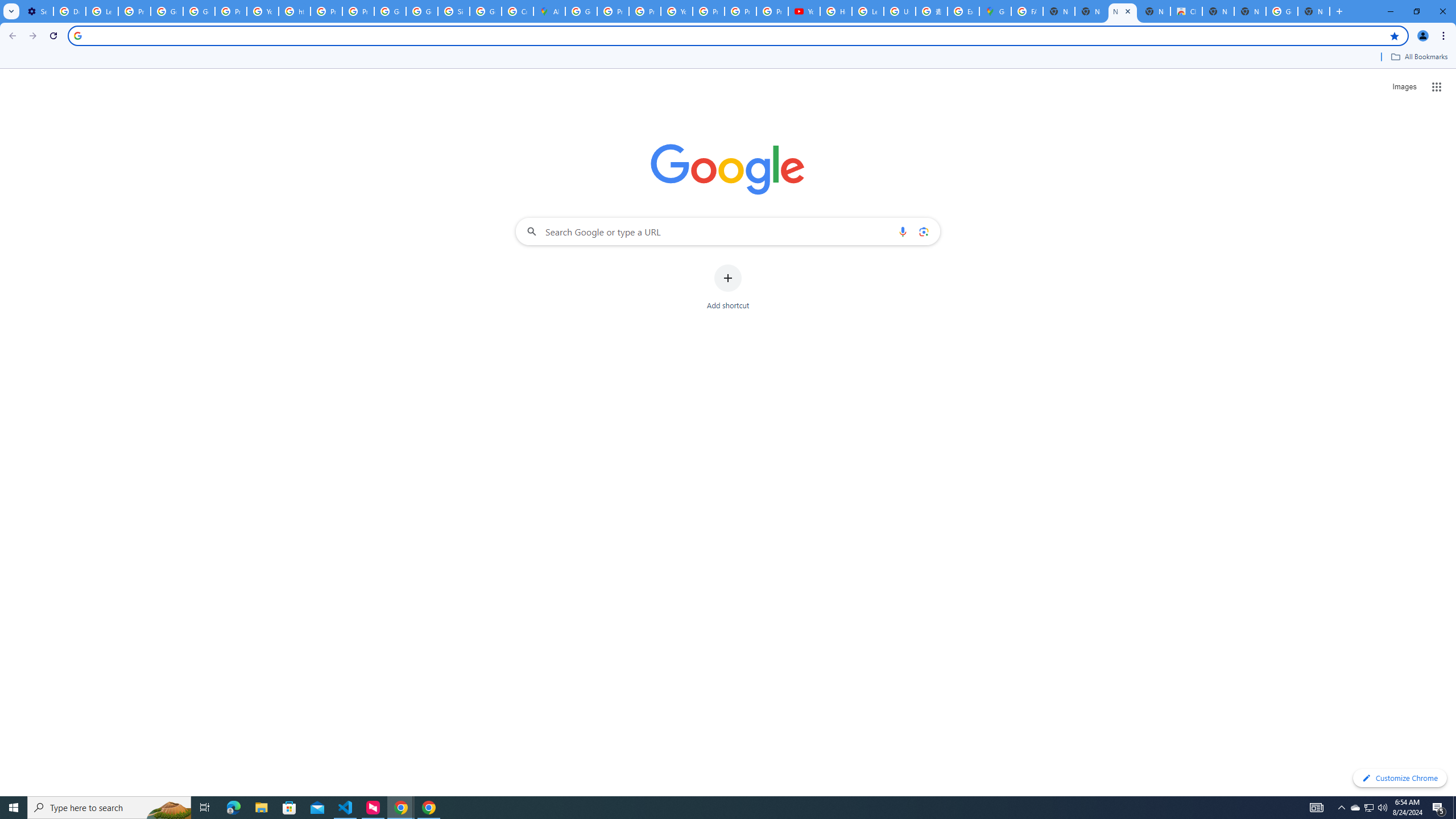  What do you see at coordinates (69, 11) in the screenshot?
I see `'Delete photos & videos - Computer - Google Photos Help'` at bounding box center [69, 11].